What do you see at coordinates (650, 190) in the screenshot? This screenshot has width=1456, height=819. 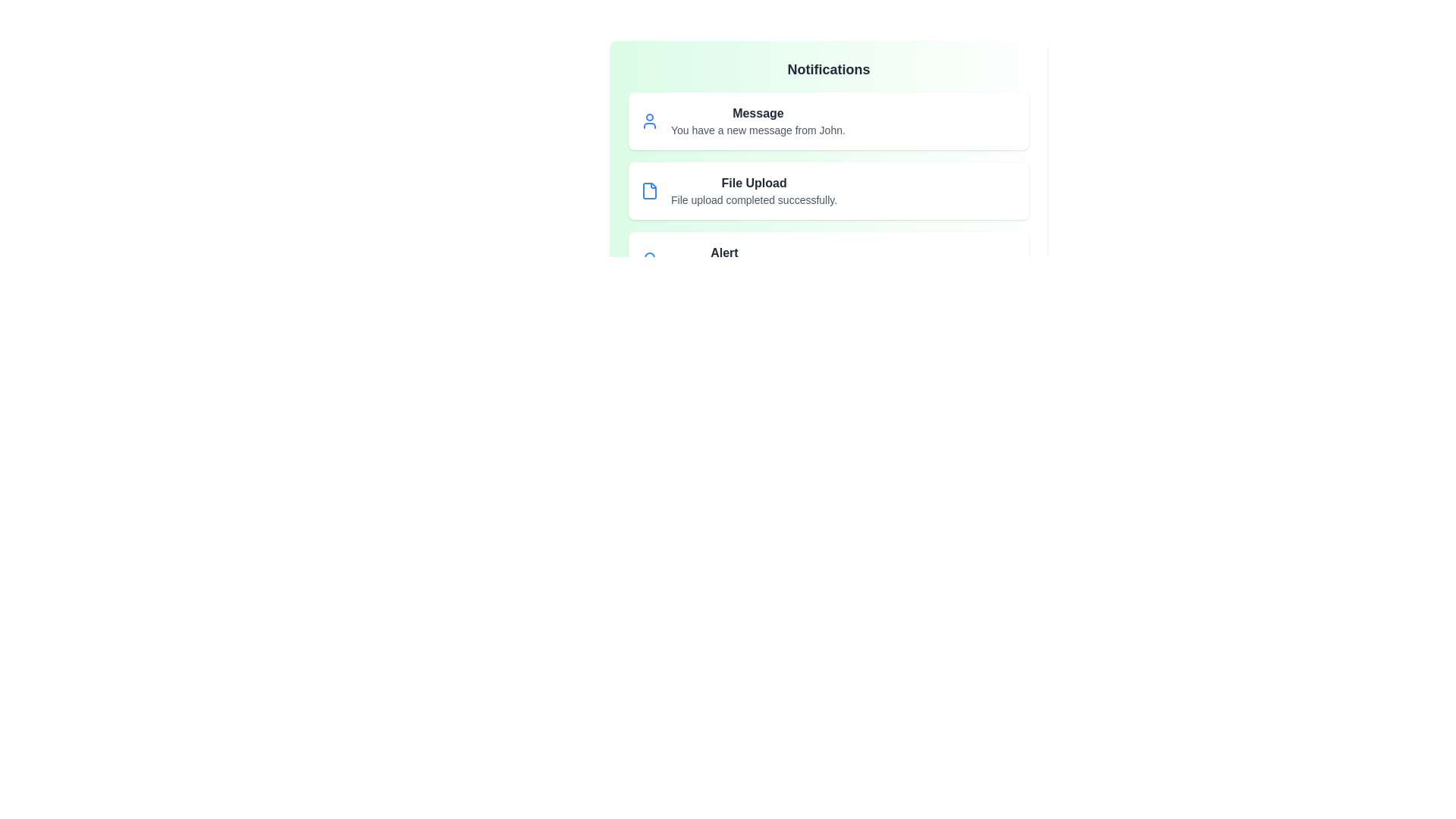 I see `the notification icon for File Upload` at bounding box center [650, 190].